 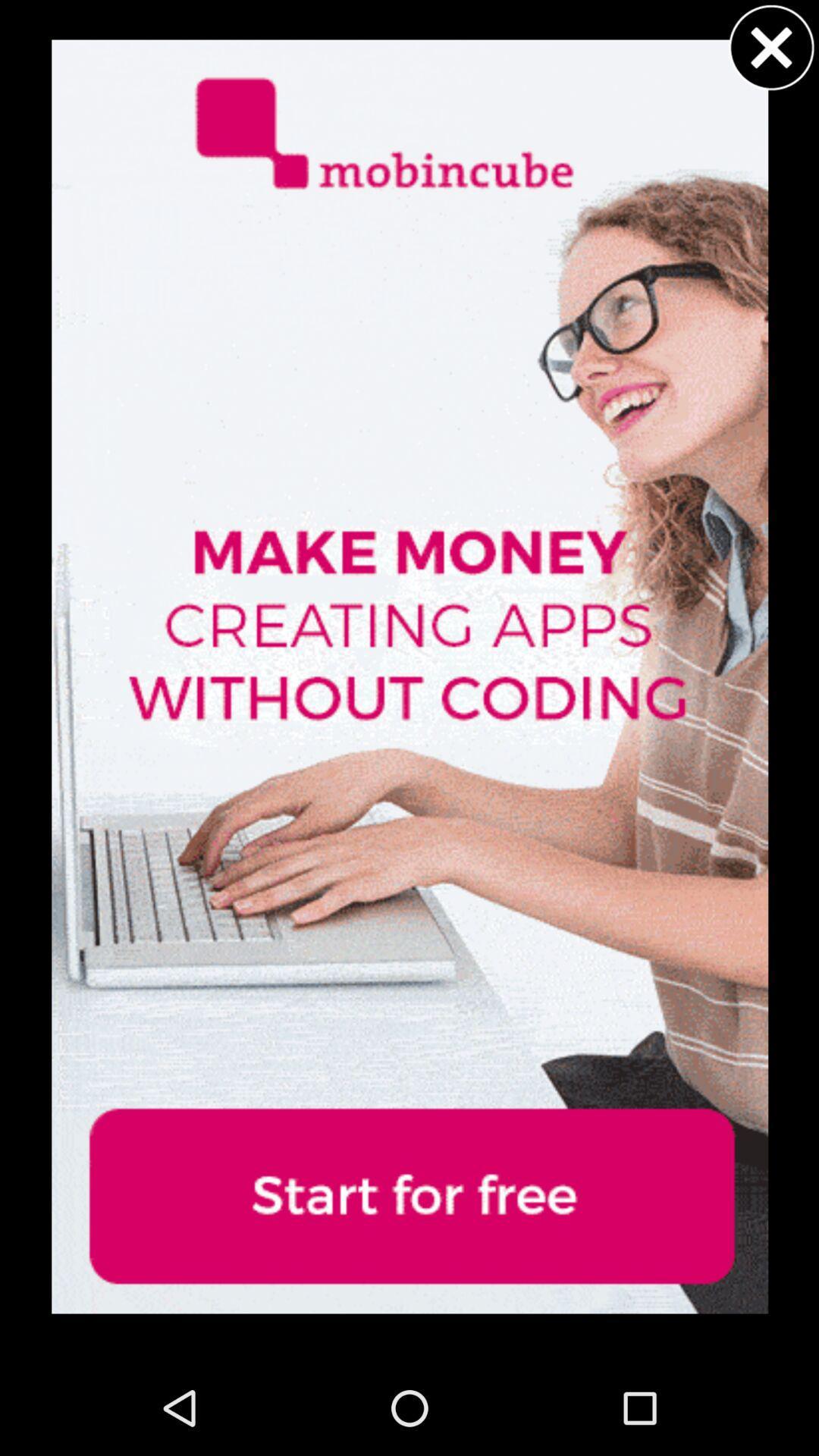 I want to click on caress buttons for advertisement, so click(x=771, y=47).